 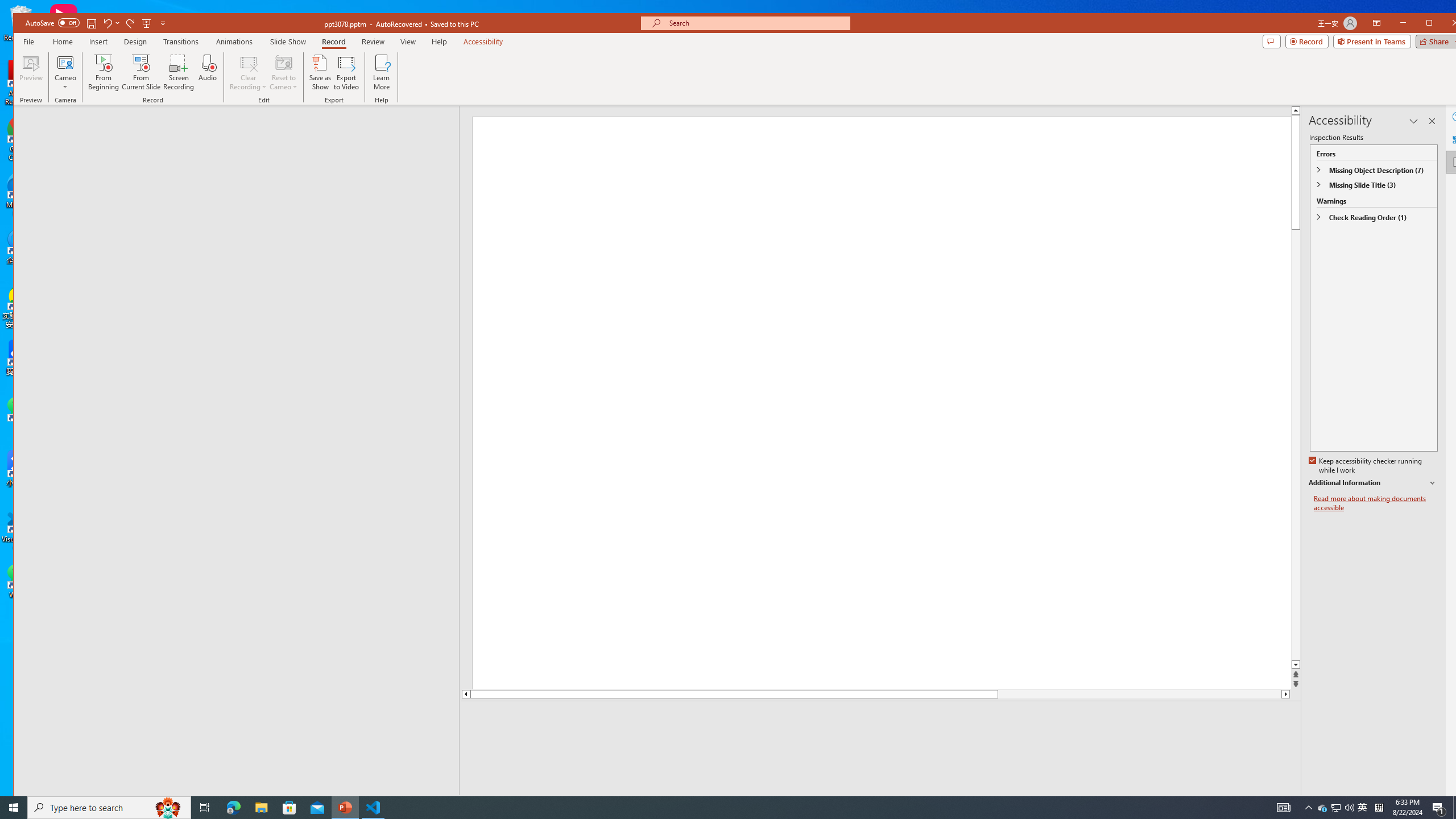 I want to click on 'Zoom 172%', so click(x=1449, y=802).